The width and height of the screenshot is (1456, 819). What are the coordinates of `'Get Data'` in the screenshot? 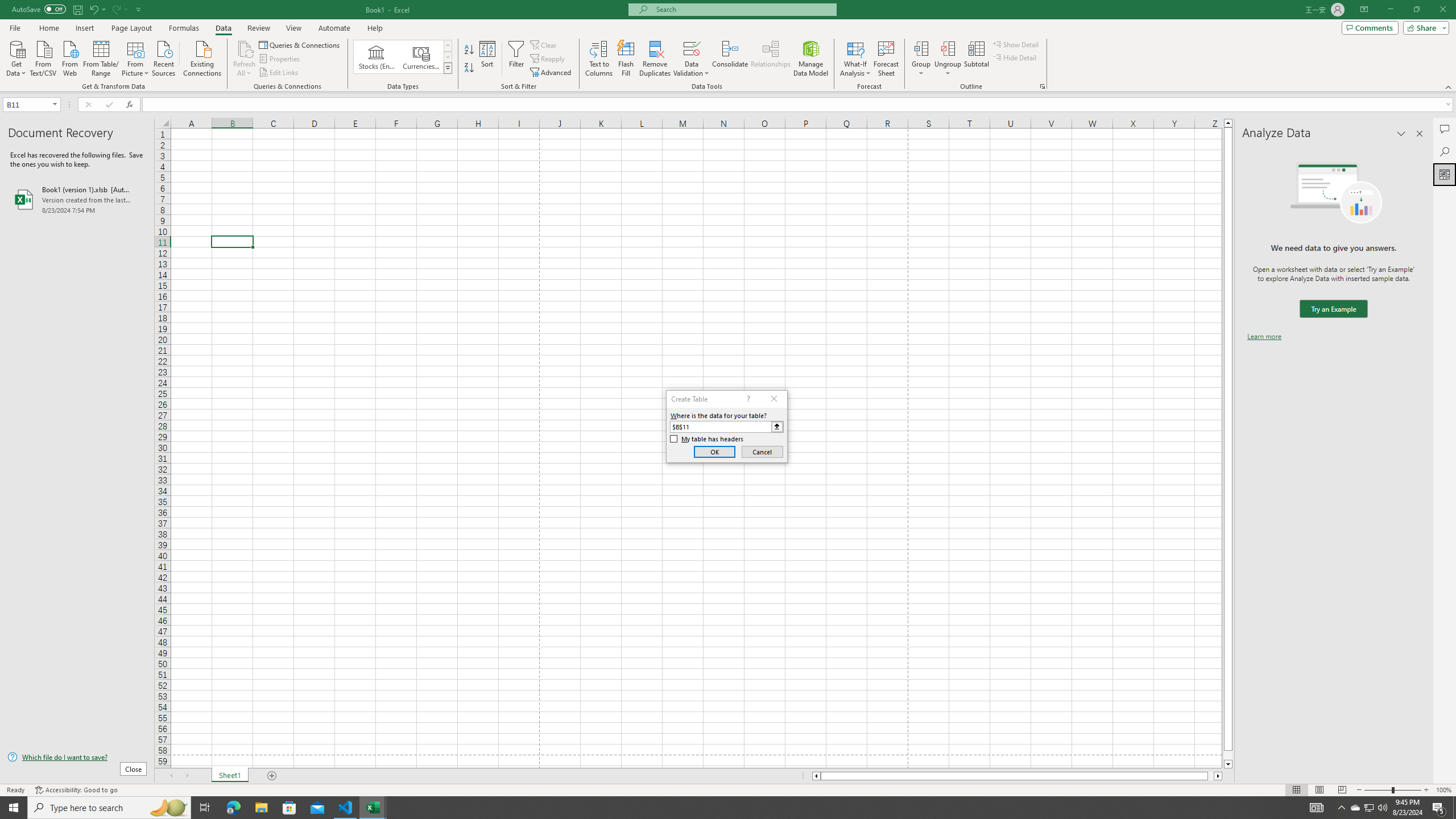 It's located at (16, 57).